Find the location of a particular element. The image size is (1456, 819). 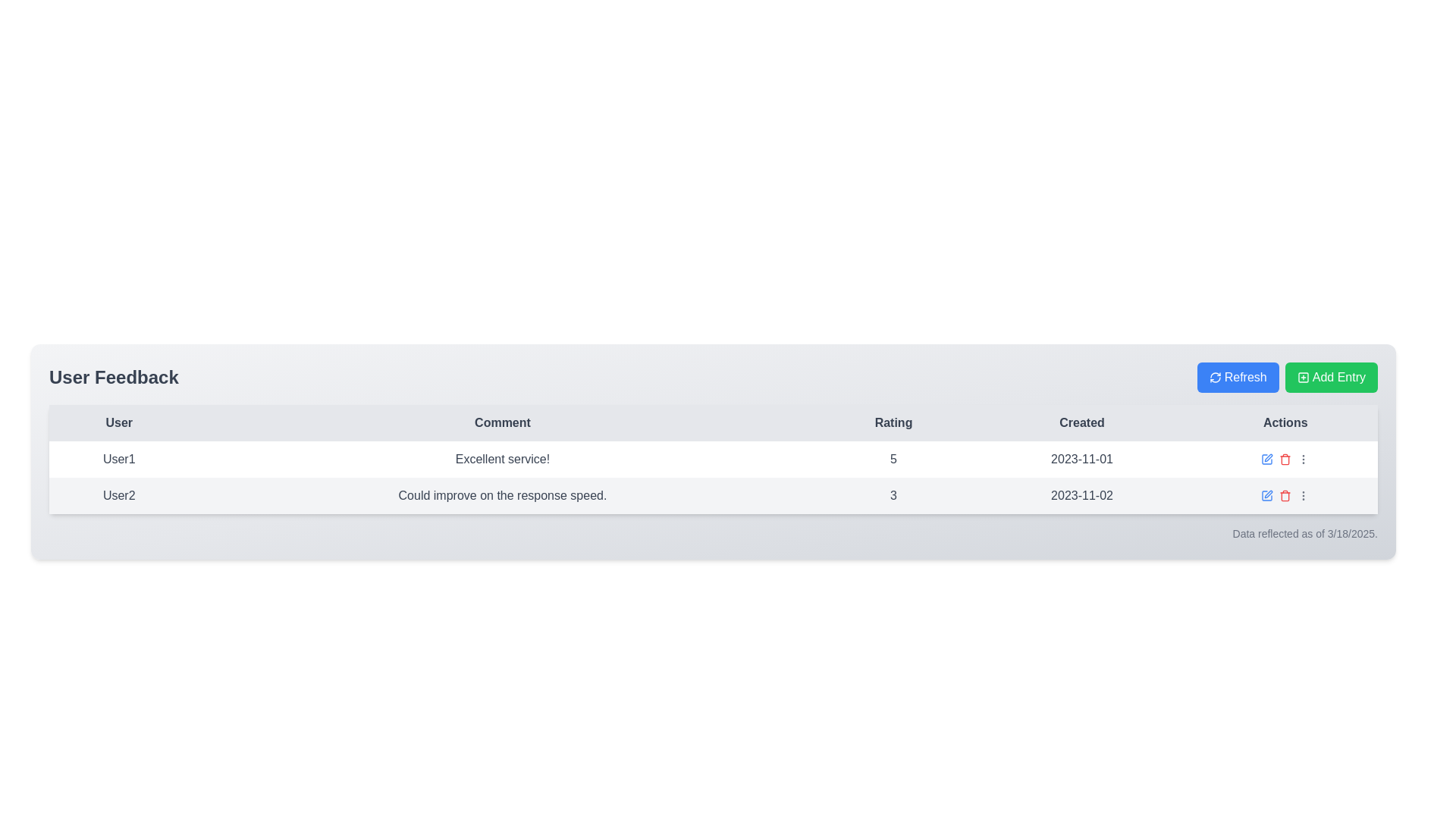

the rectangular graphical element with rounded corners located in the Actions column of a table row, which forms part of an icon set in the top-right area of the interface is located at coordinates (1302, 376).